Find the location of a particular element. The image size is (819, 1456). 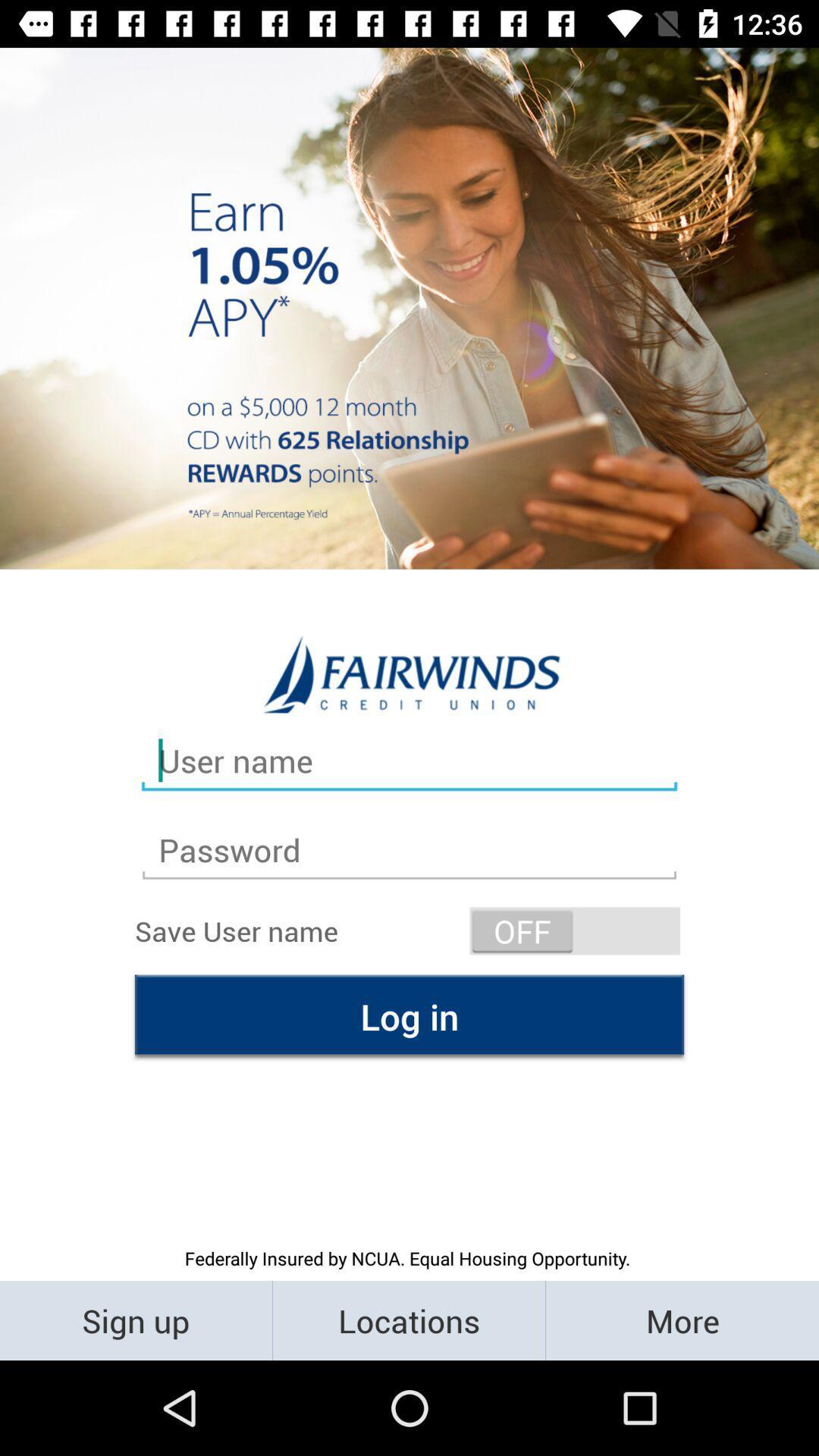

the locations icon is located at coordinates (408, 1319).